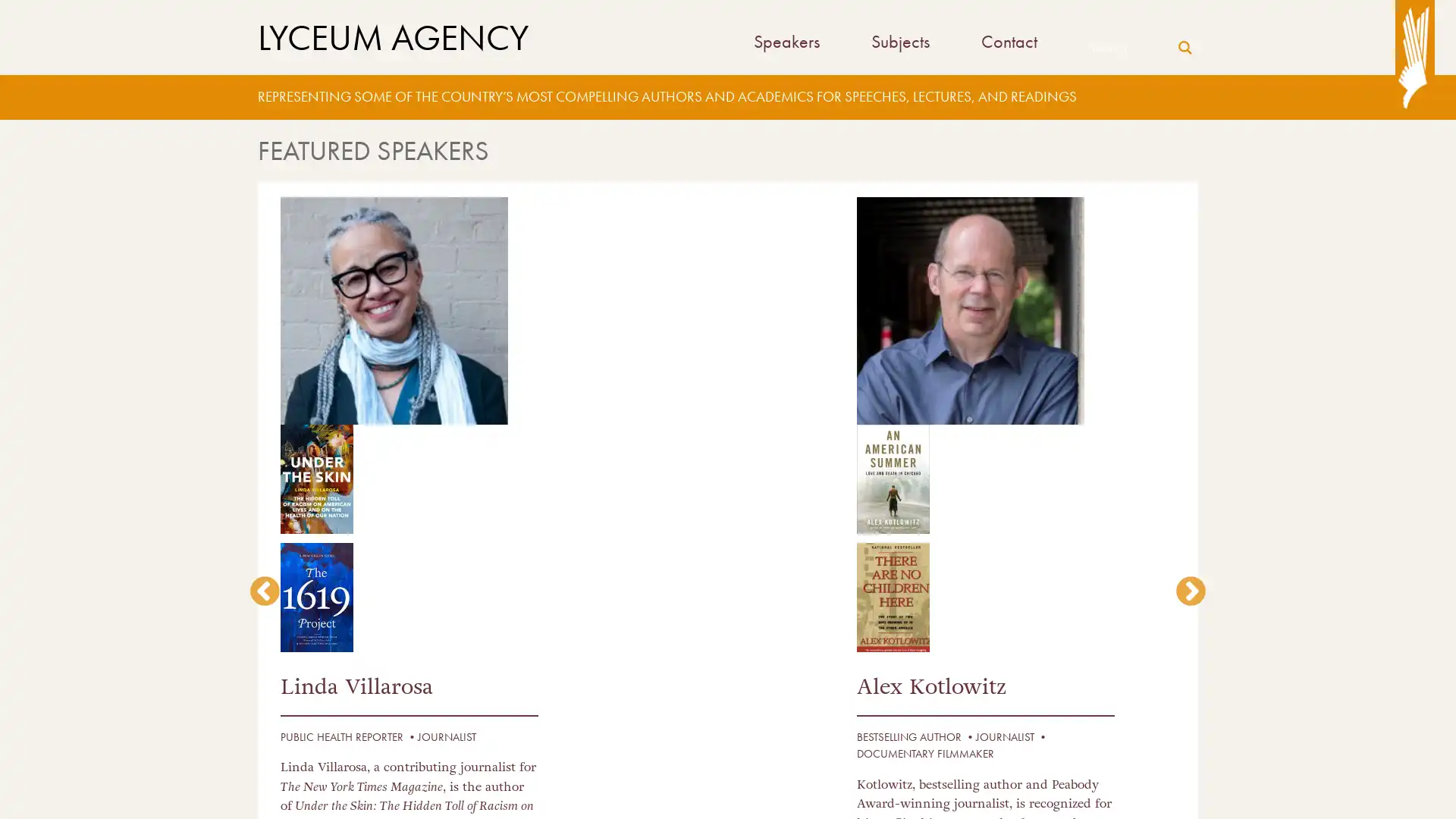 This screenshot has width=1456, height=819. Describe the element at coordinates (1190, 327) in the screenshot. I see `next` at that location.